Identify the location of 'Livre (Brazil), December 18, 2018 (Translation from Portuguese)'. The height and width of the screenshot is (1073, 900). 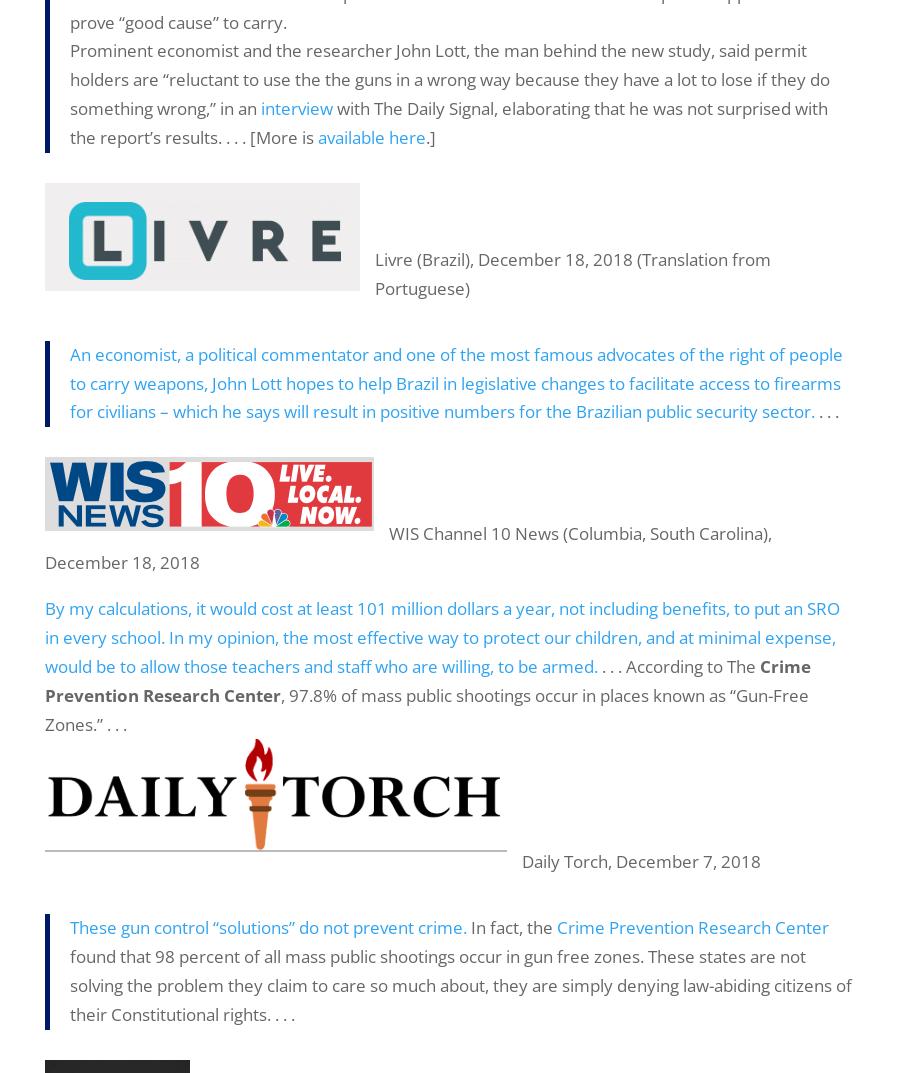
(573, 271).